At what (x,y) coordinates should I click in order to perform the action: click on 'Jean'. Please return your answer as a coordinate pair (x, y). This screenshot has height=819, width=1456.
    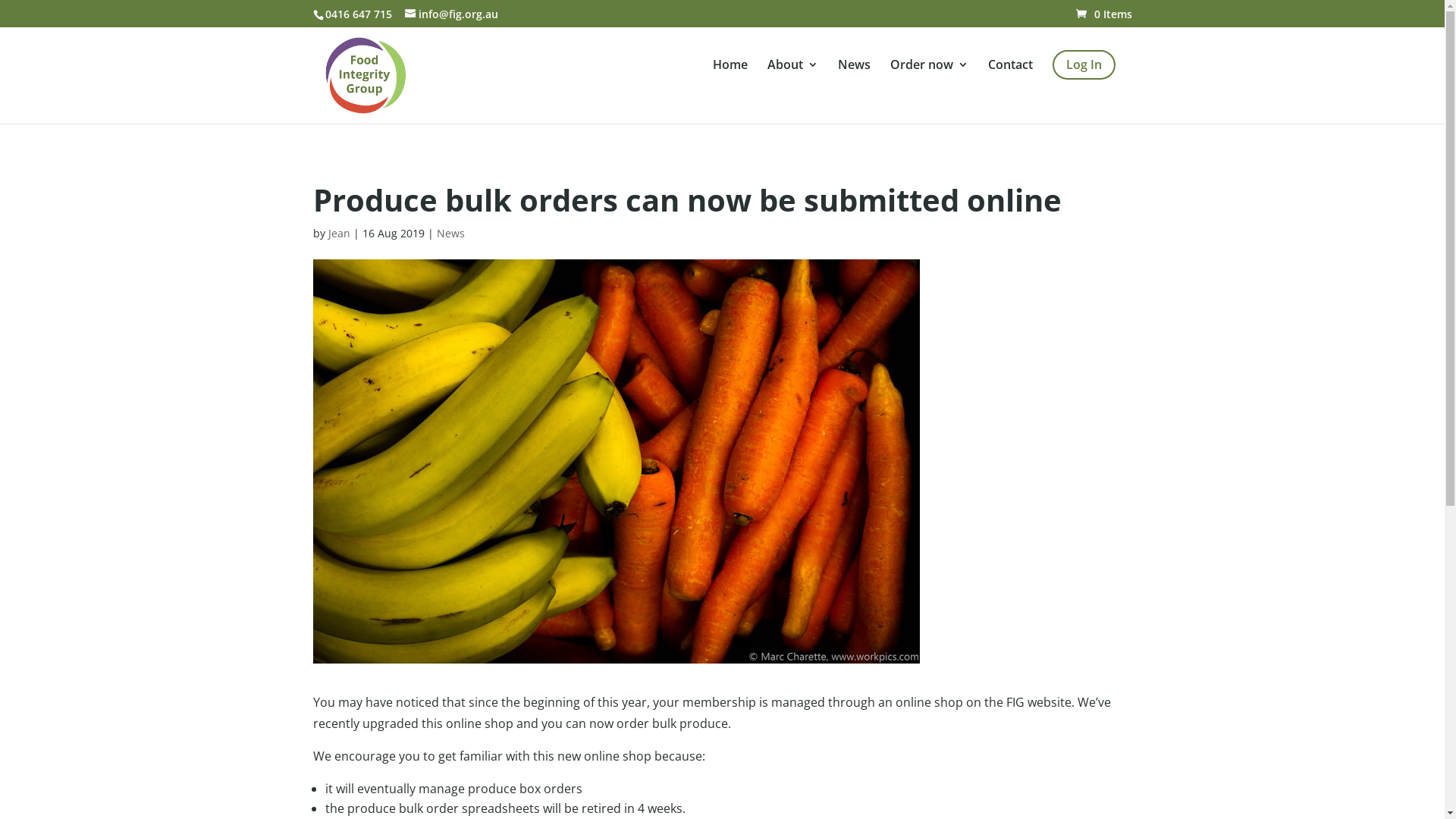
    Looking at the image, I should click on (337, 233).